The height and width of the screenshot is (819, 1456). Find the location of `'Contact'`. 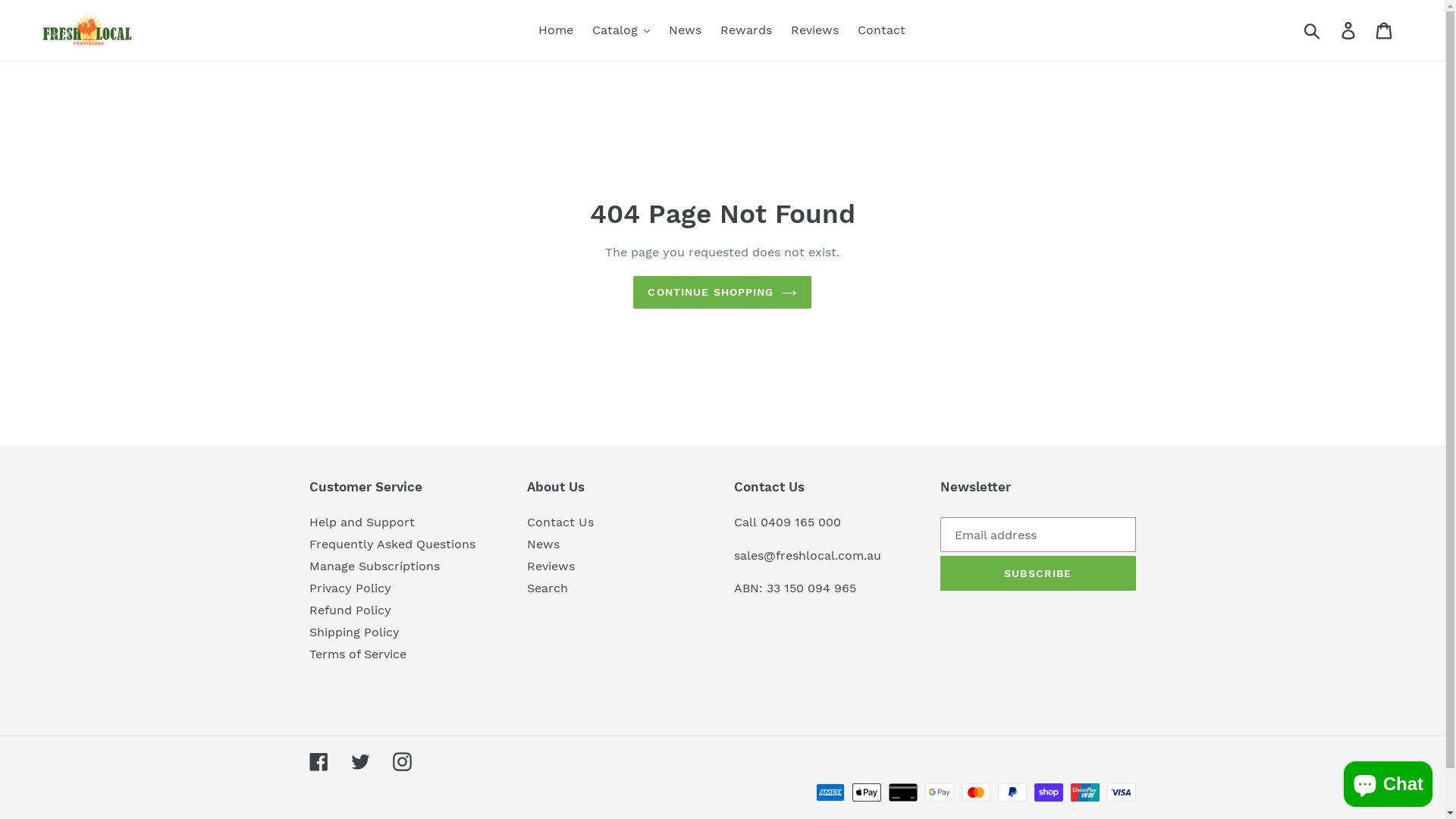

'Contact' is located at coordinates (881, 30).